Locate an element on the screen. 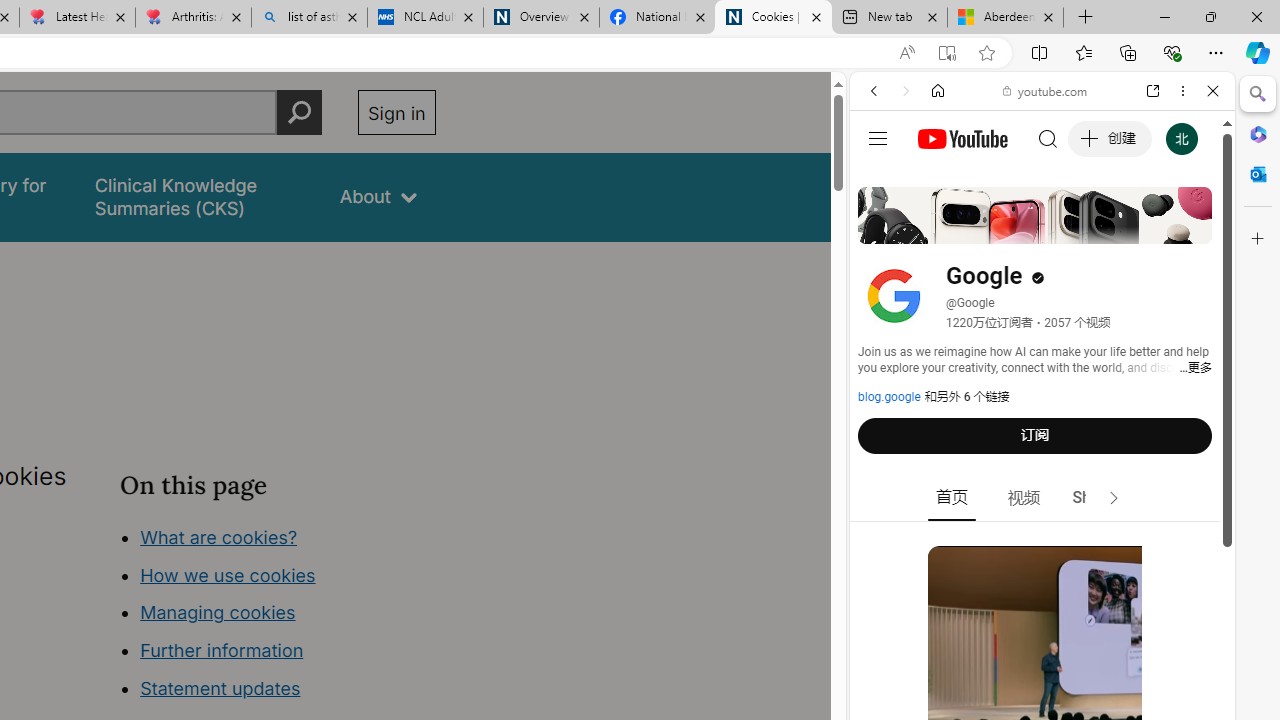 The height and width of the screenshot is (720, 1280). 'NCL Adult Asthma Inhaler Choice Guideline' is located at coordinates (423, 17).